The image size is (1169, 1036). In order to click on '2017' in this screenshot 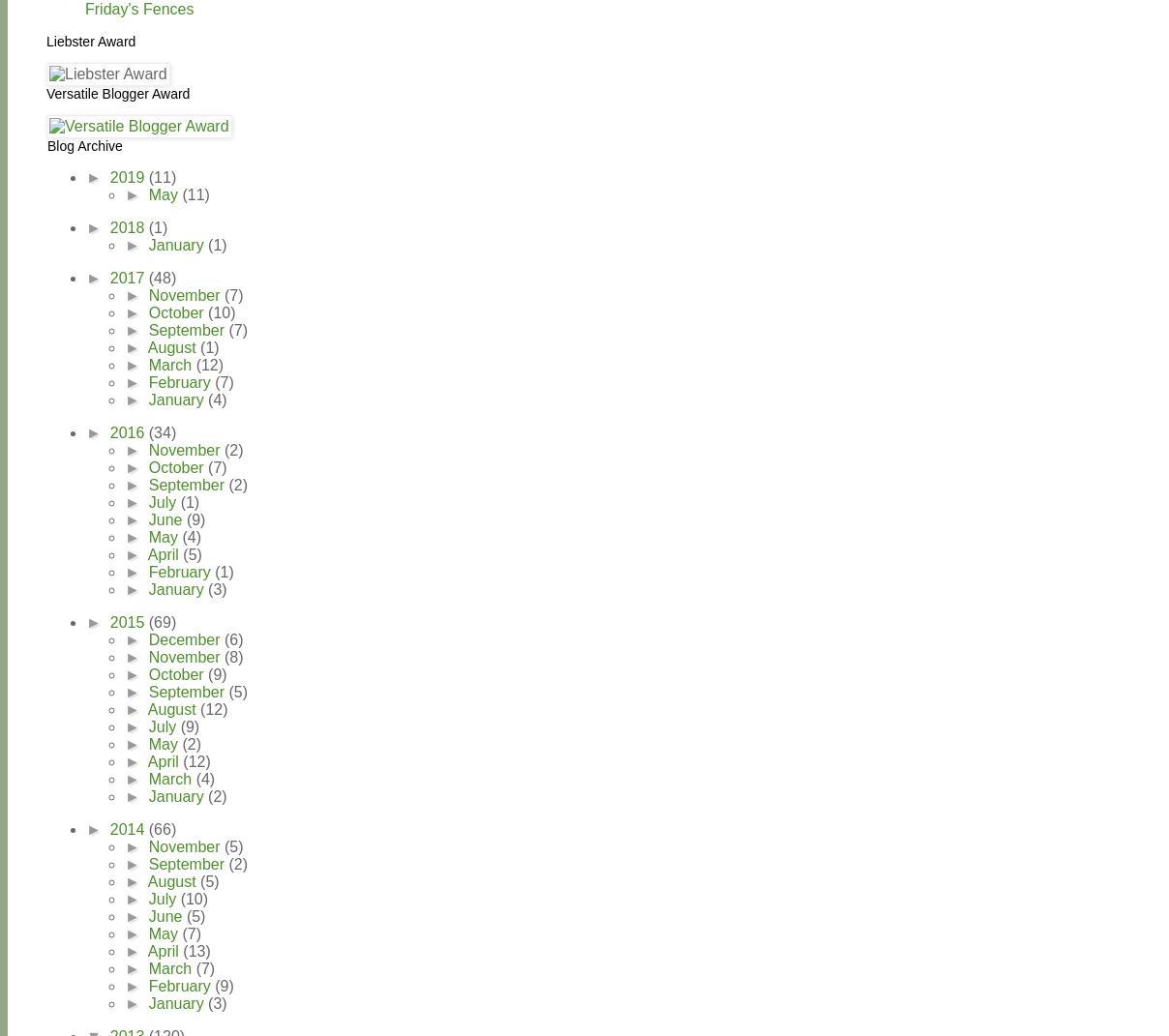, I will do `click(128, 277)`.